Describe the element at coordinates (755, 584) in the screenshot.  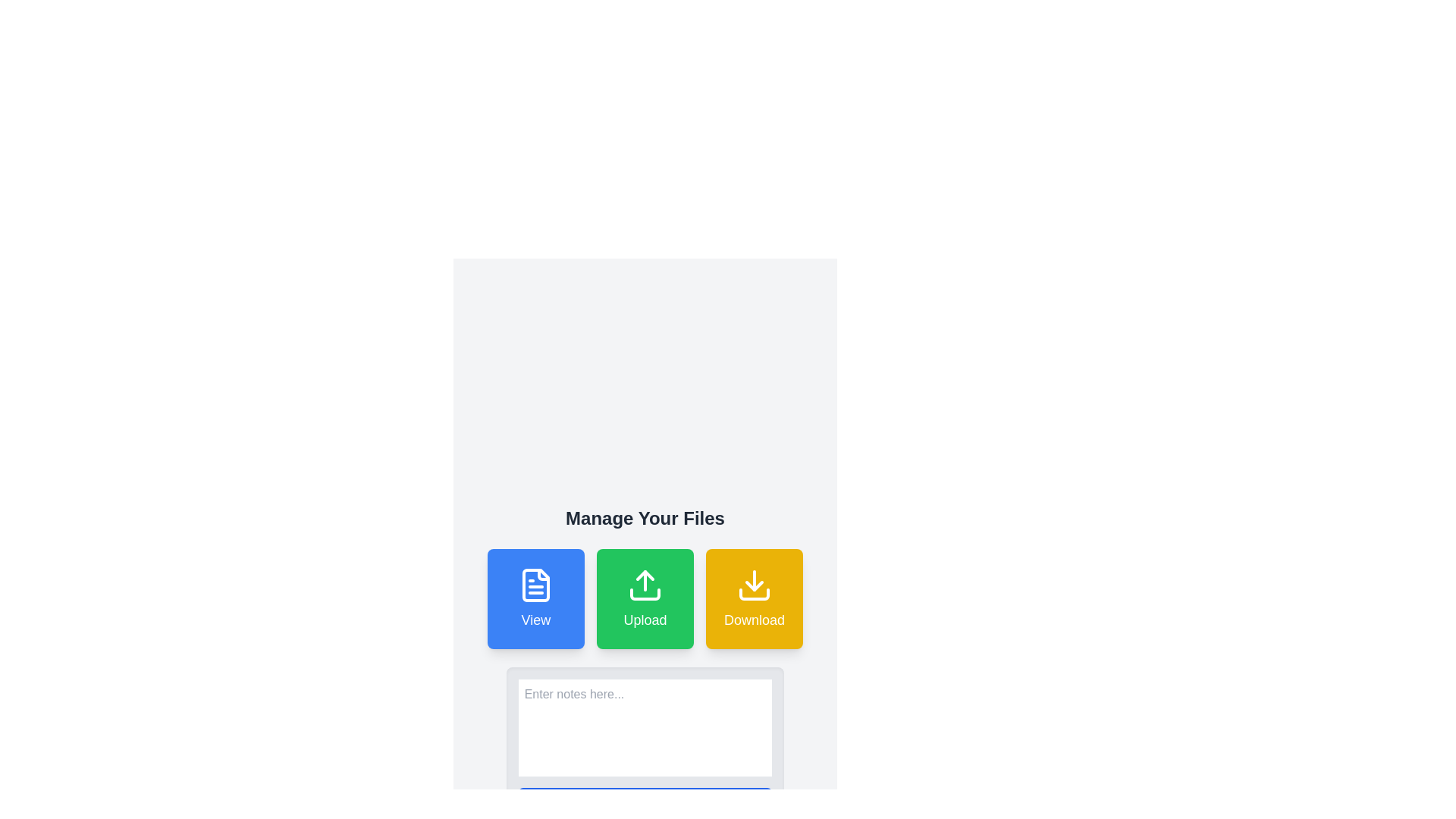
I see `the download icon located within the 'Download' button` at that location.